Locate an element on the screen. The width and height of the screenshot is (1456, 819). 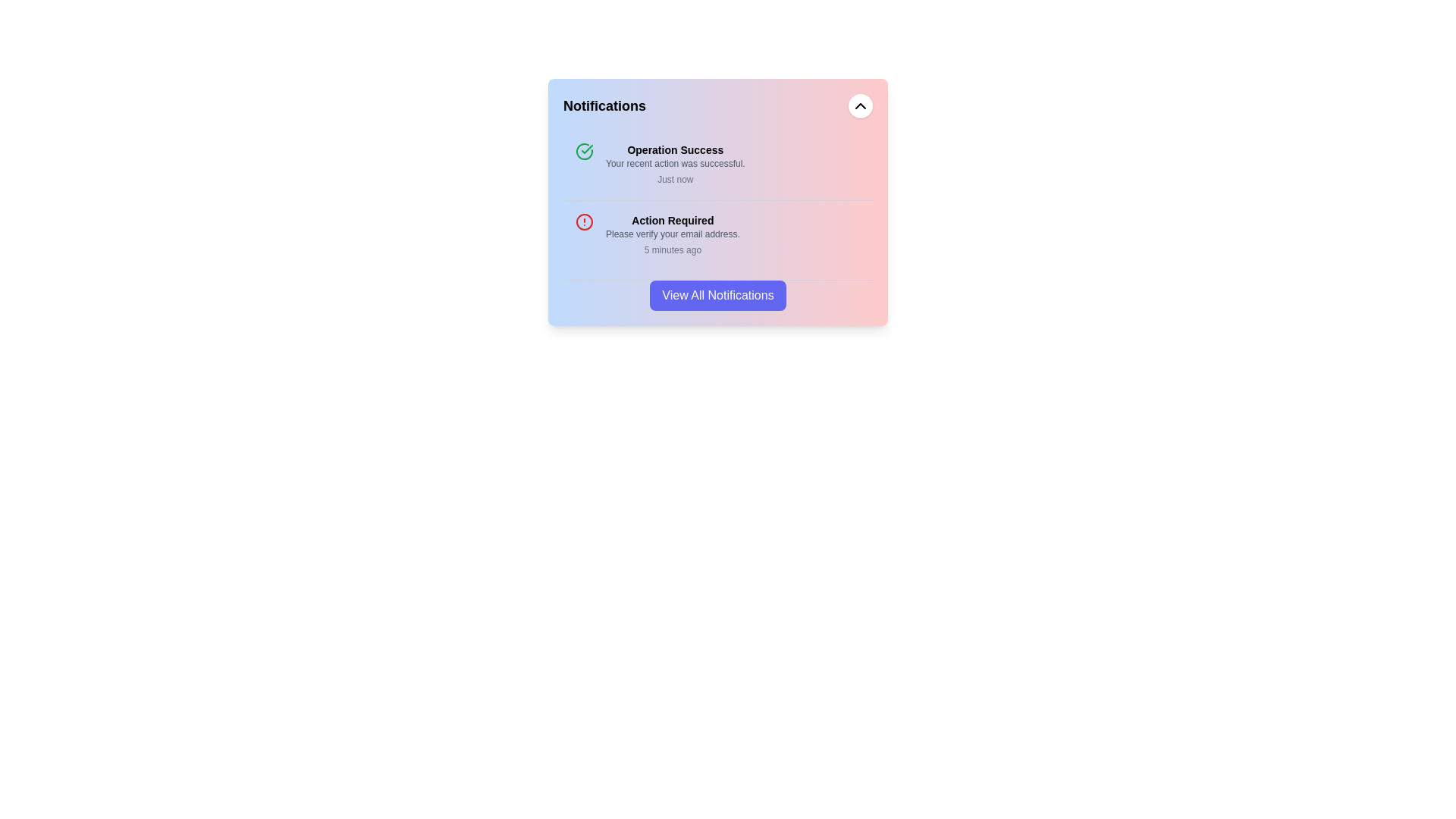
the first notification card displaying a green checkmark icon and the text 'Operation Success' in a vertically stacked list of notifications is located at coordinates (717, 165).